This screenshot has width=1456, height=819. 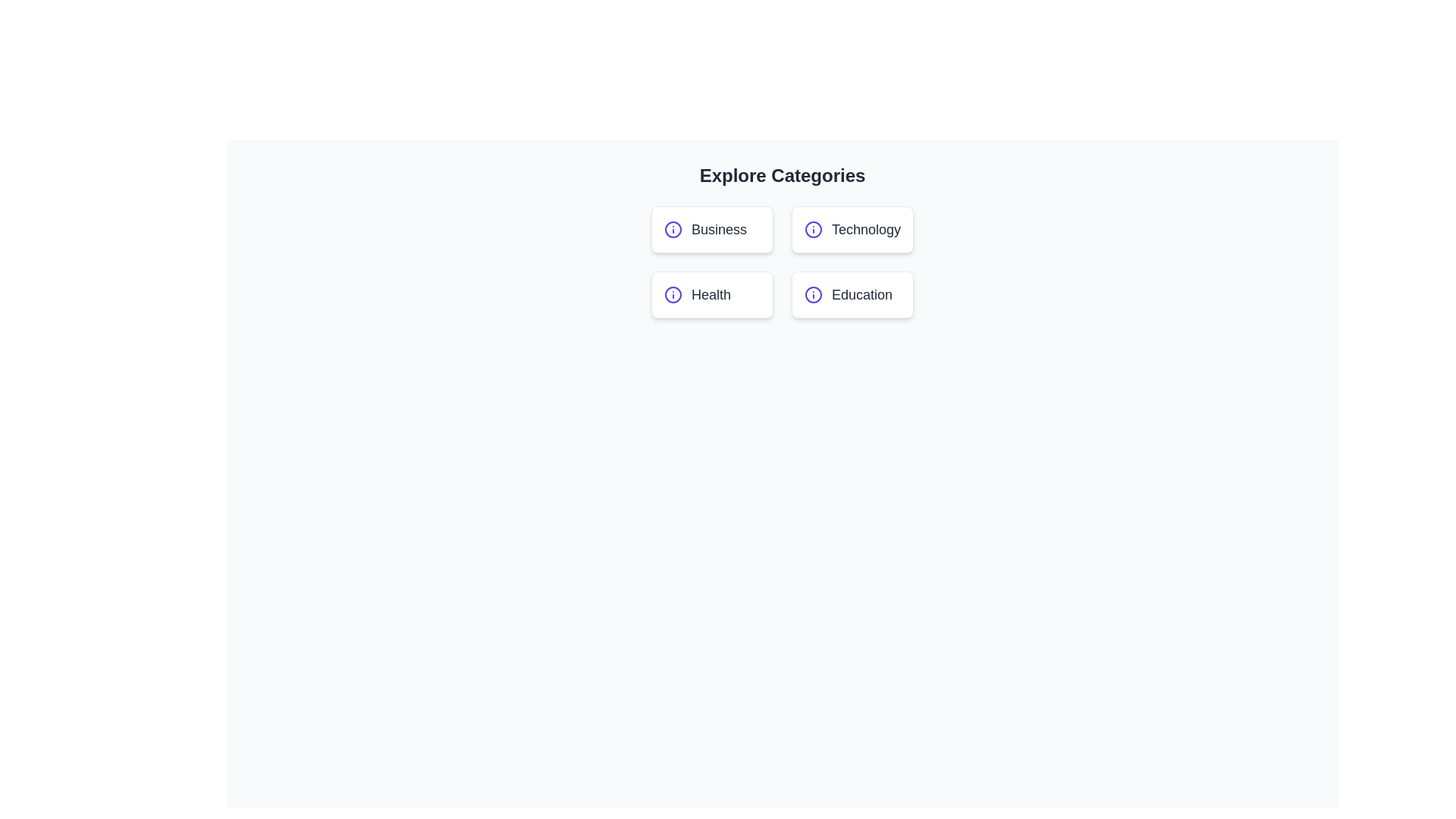 I want to click on the circular component of the information icon located within the 'Education' card, which is styled with a blue color and a thick border, filled with a white background, so click(x=813, y=295).